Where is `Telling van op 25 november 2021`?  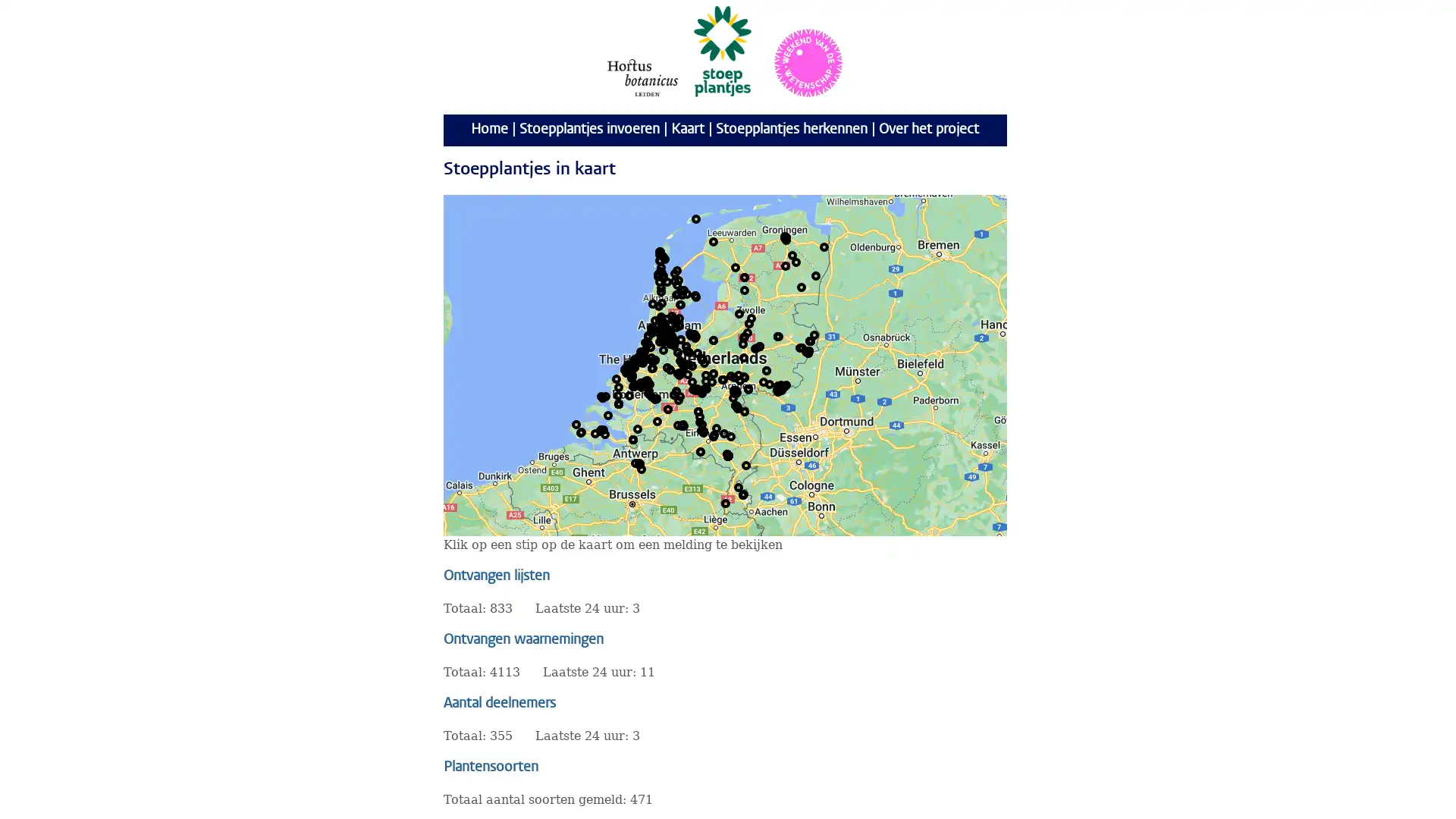
Telling van op 25 november 2021 is located at coordinates (686, 293).